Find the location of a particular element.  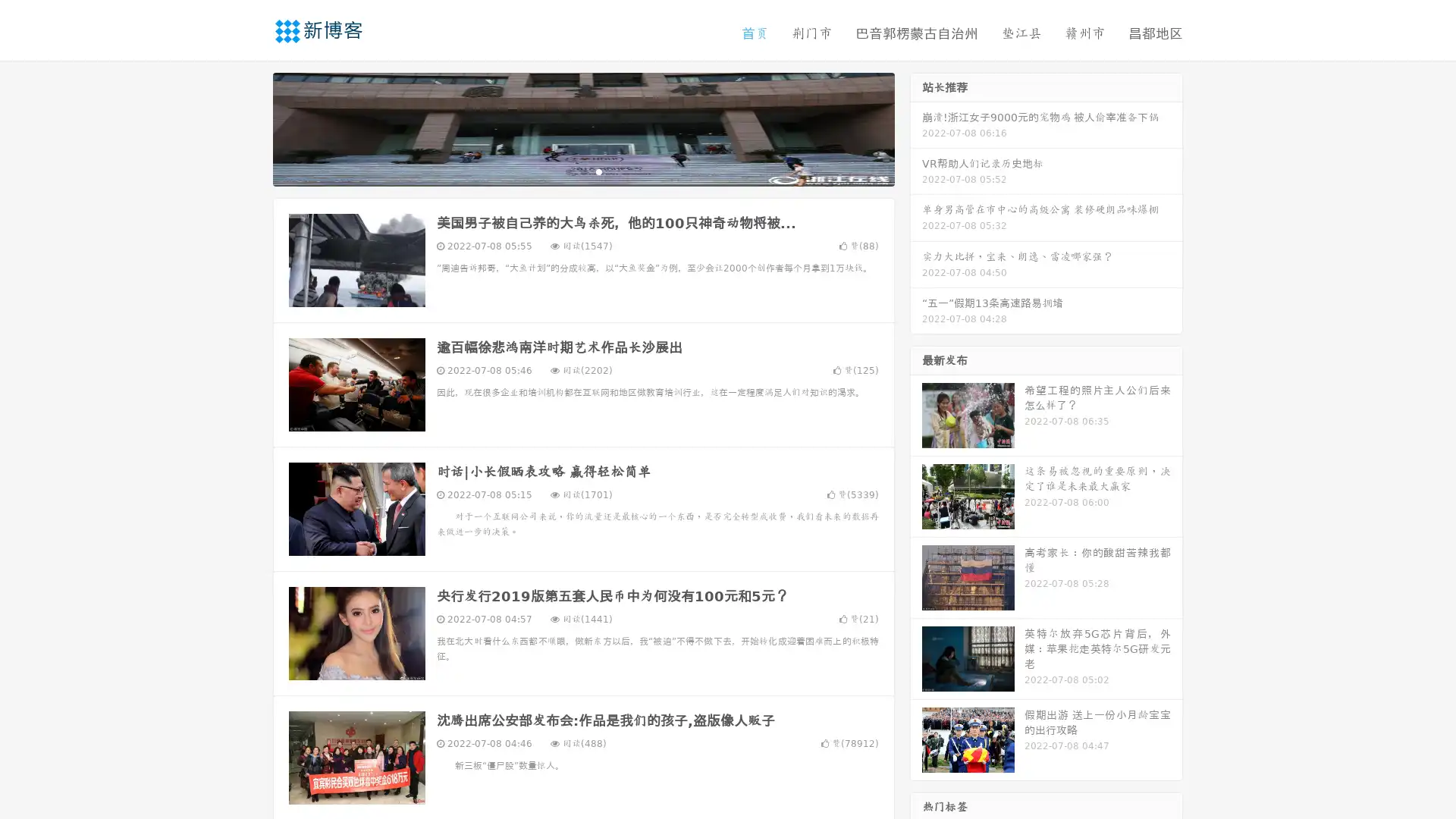

Go to slide 1 is located at coordinates (567, 171).